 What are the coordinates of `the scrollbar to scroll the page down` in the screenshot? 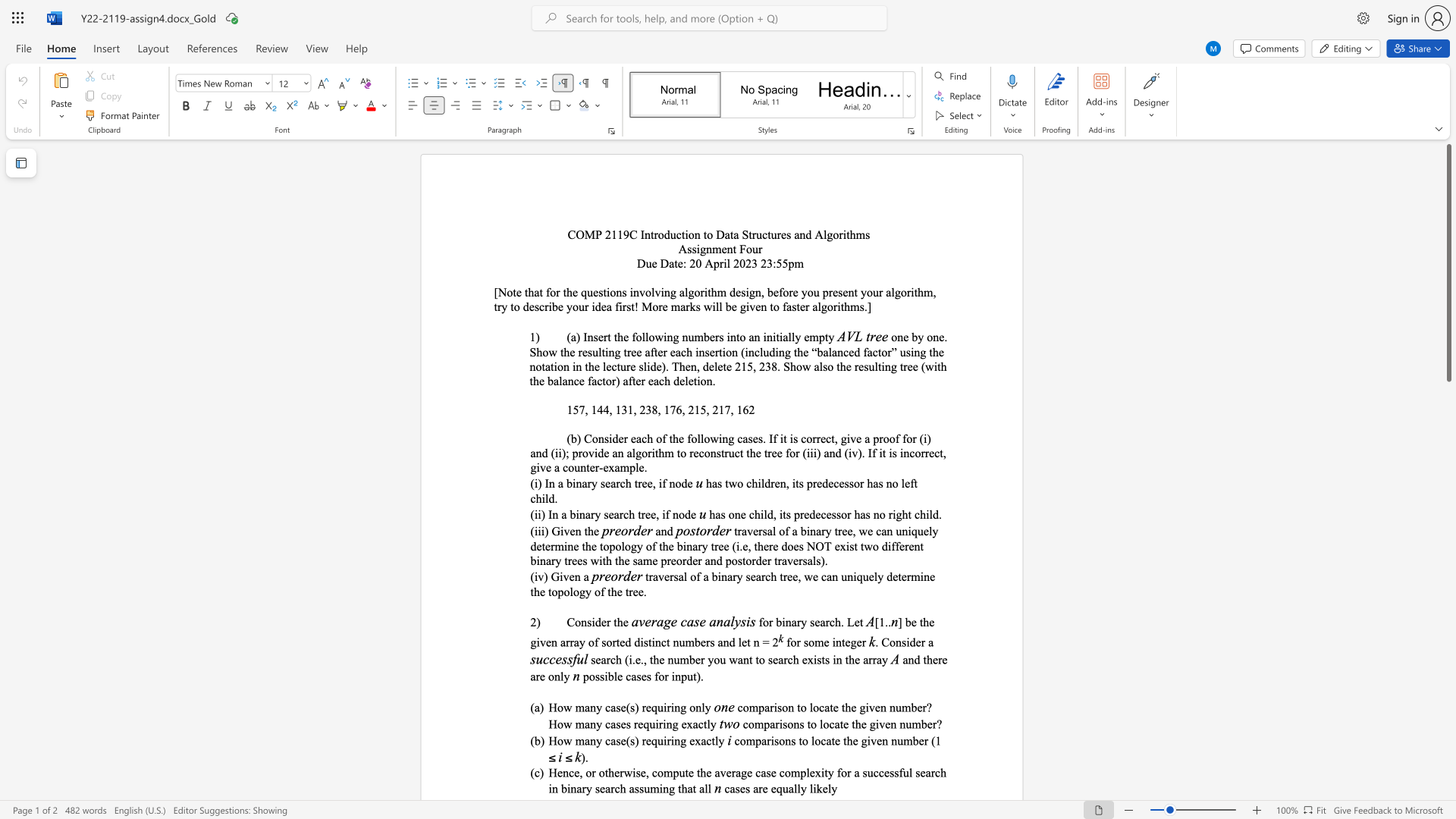 It's located at (1448, 514).